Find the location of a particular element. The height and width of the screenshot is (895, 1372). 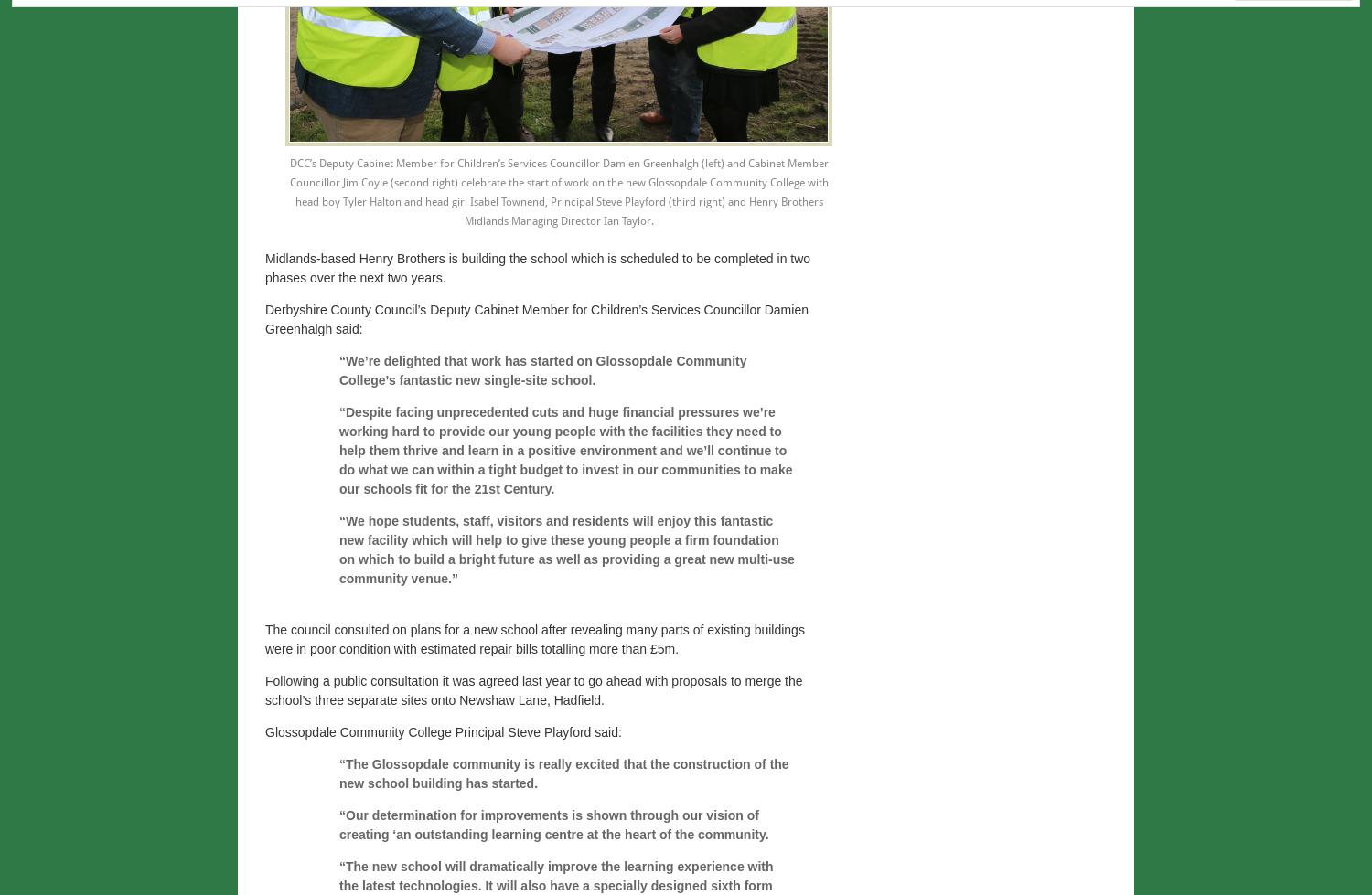

'“We’re delighted that work has started on Glossopdale Community College’s fantastic new single-site school.' is located at coordinates (541, 370).